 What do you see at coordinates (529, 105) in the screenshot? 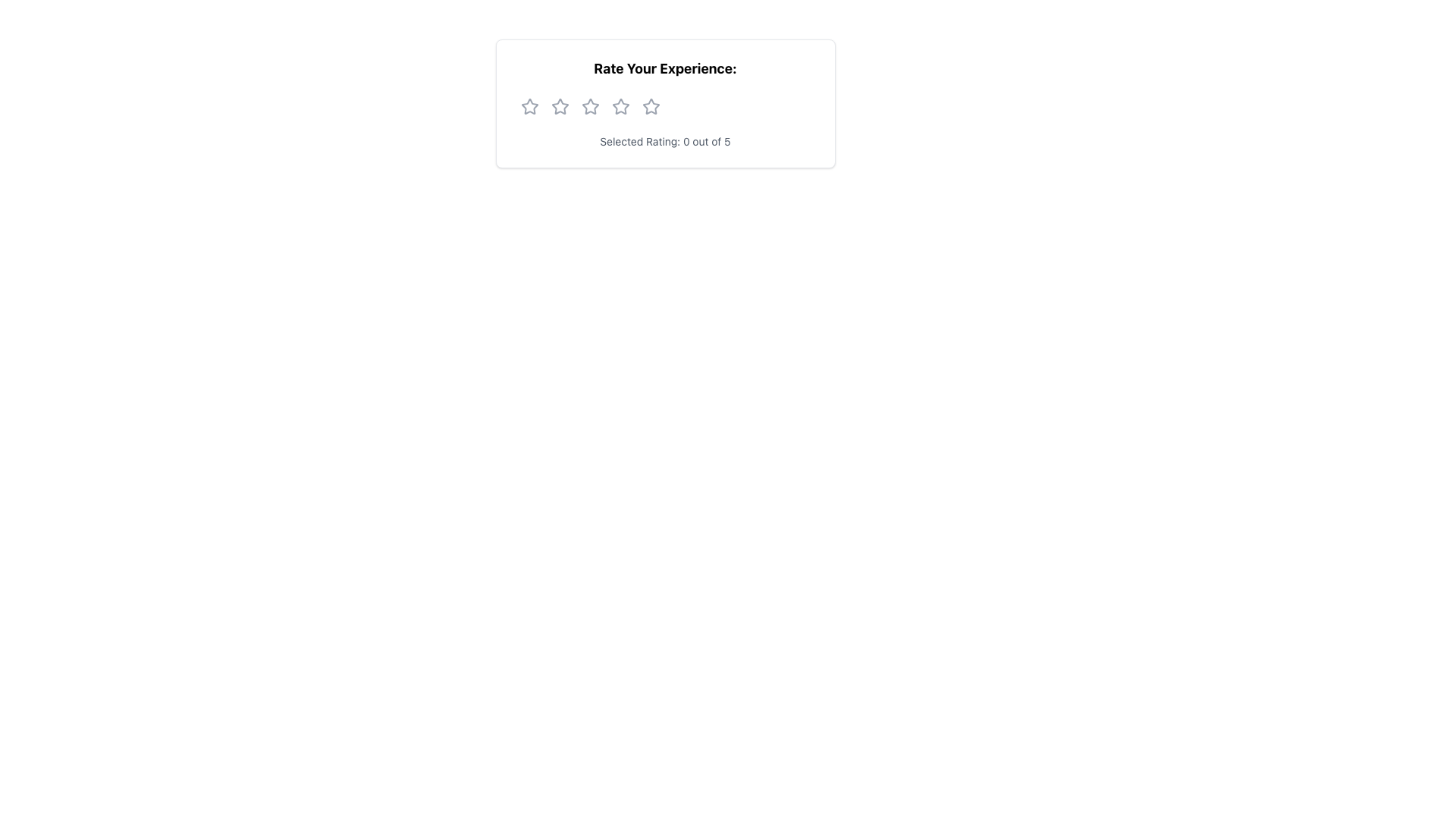
I see `the first star in the rating component` at bounding box center [529, 105].